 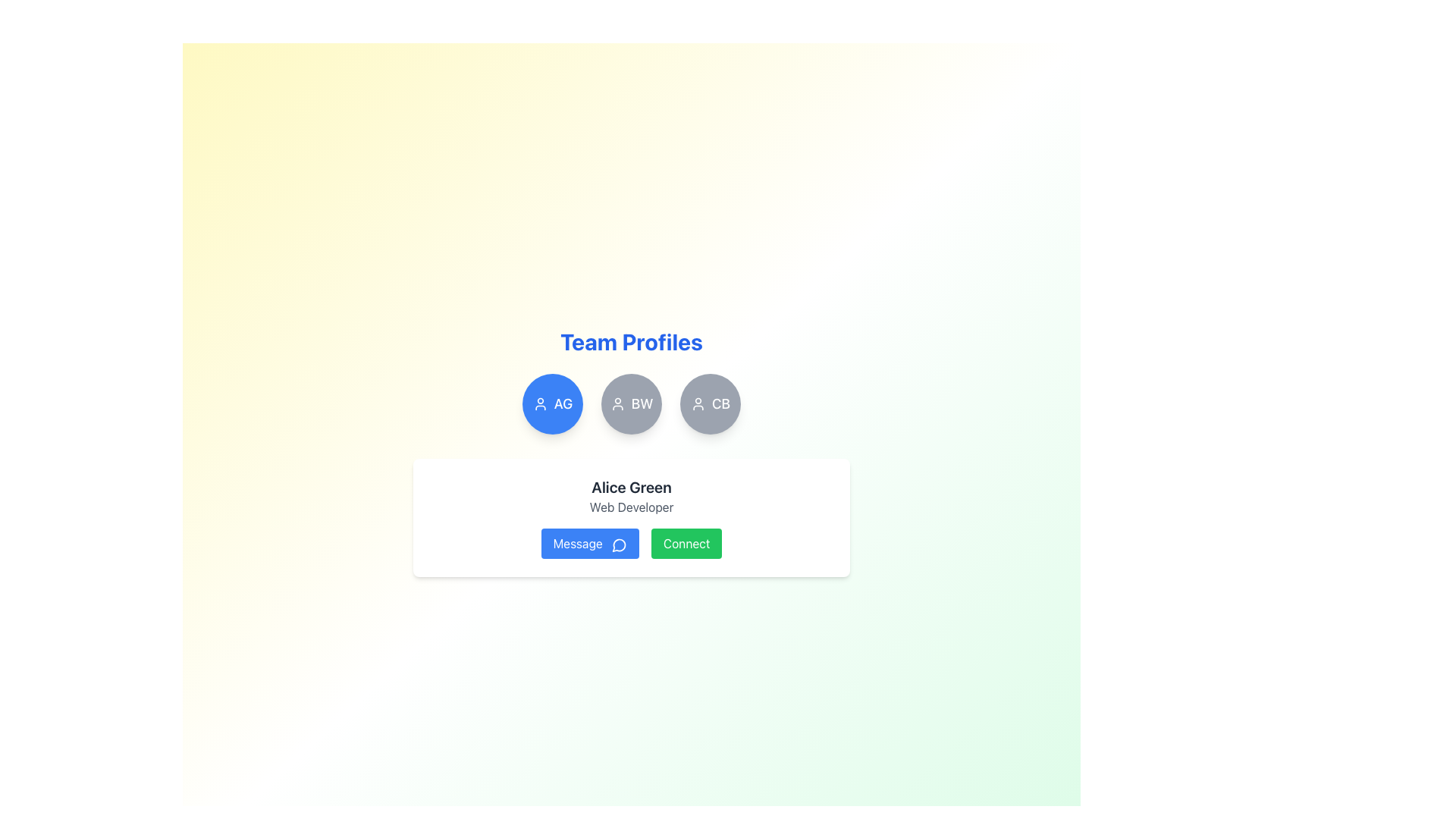 I want to click on the 'Connect' button located to the right of the blue 'Message' button in the user profile section for 'Alice Green, Web Developer', so click(x=686, y=543).